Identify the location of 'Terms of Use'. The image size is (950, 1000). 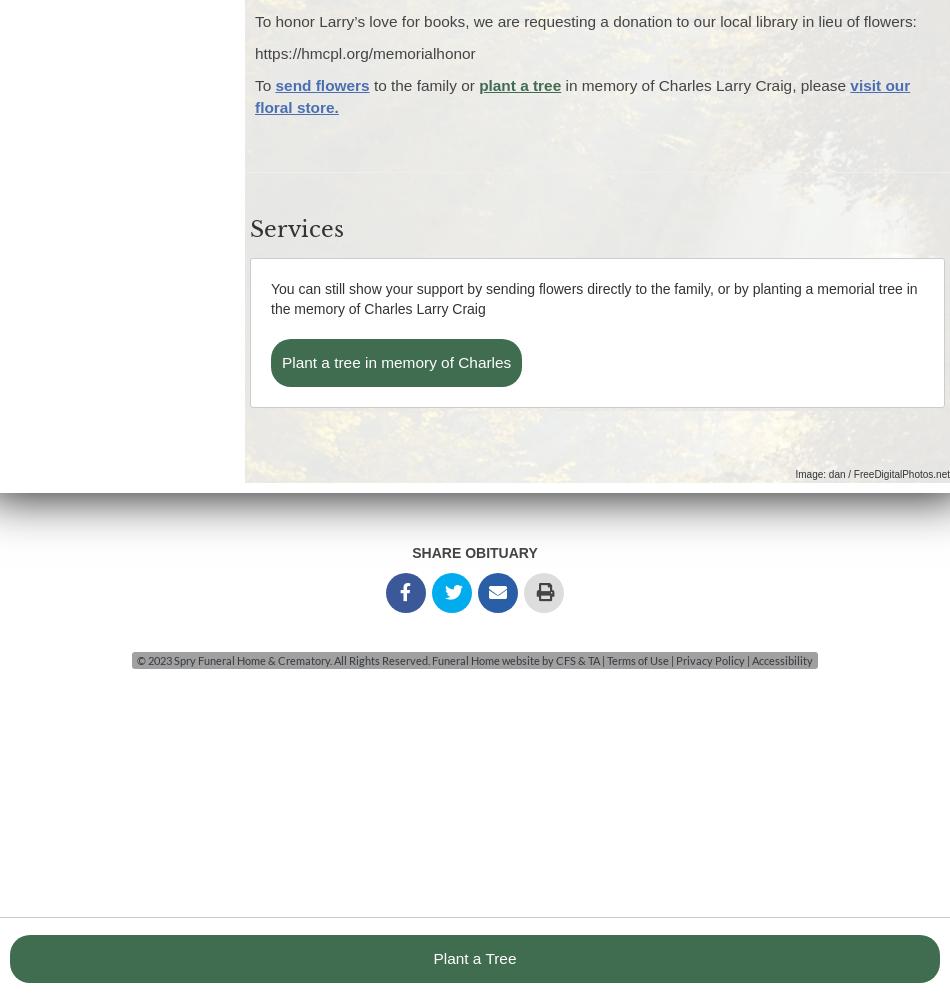
(638, 659).